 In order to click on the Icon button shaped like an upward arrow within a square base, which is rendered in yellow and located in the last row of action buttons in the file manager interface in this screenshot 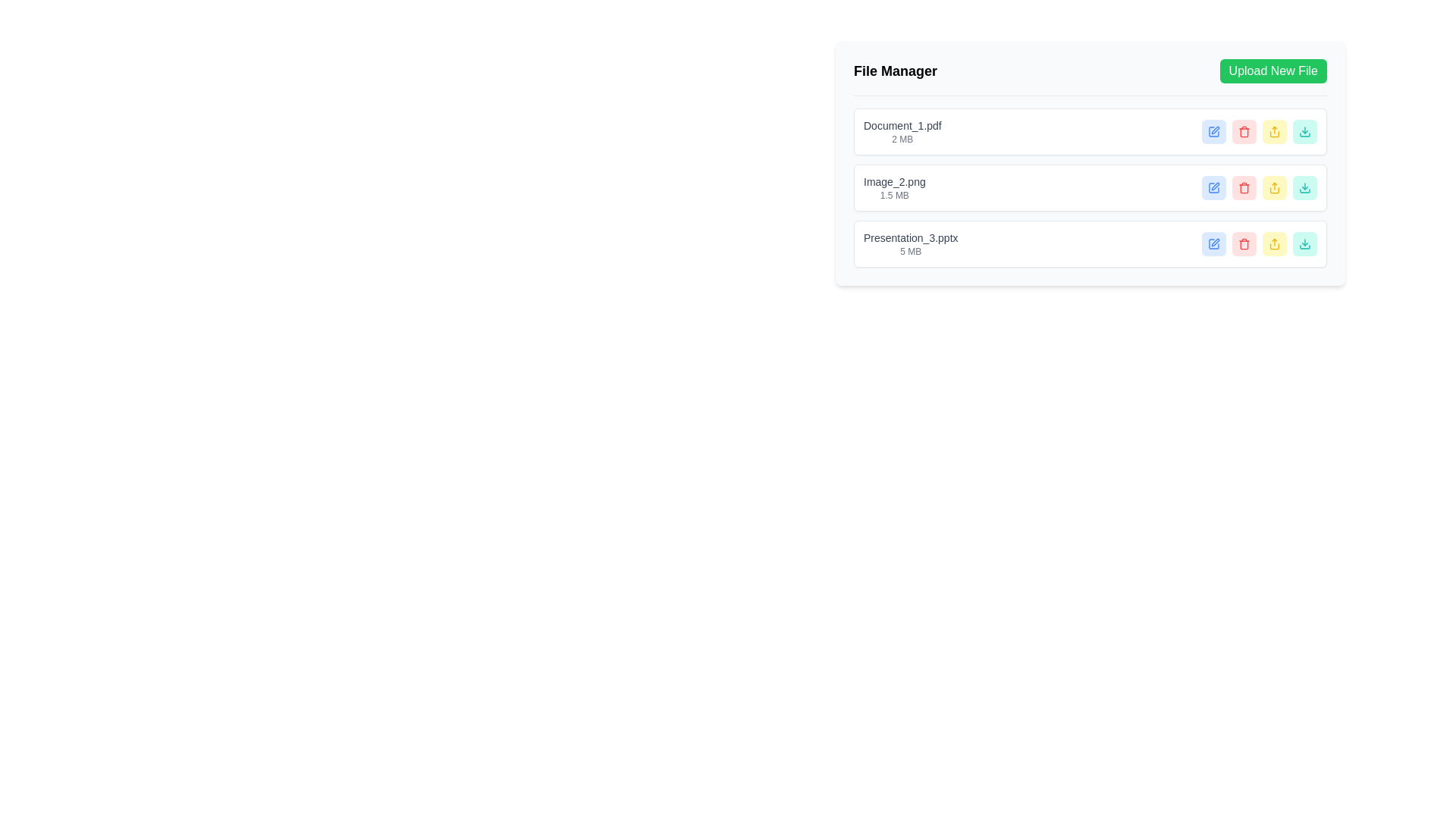, I will do `click(1274, 187)`.